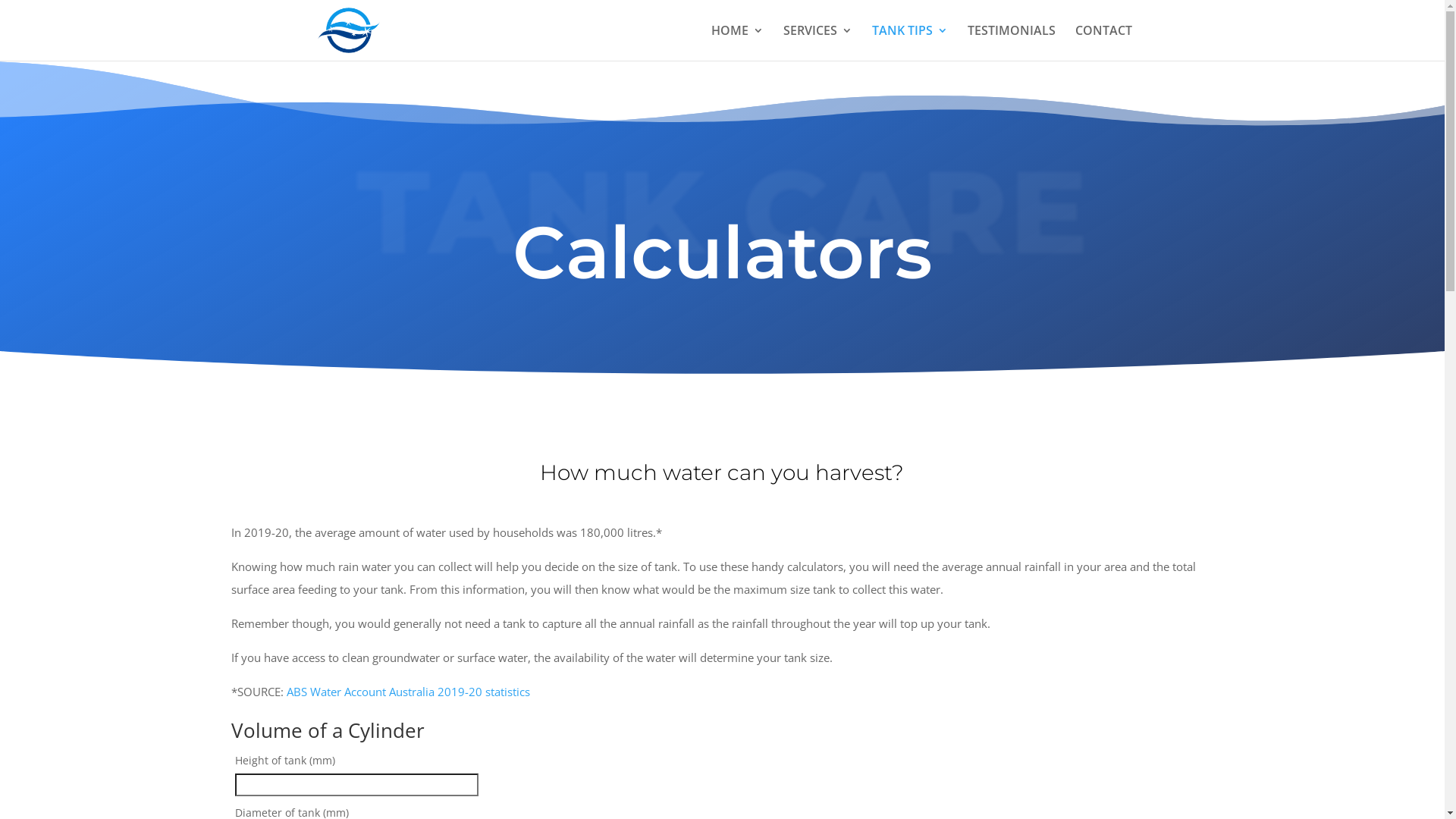 The height and width of the screenshot is (819, 1456). What do you see at coordinates (1012, 42) in the screenshot?
I see `'TESTIMONIALS'` at bounding box center [1012, 42].